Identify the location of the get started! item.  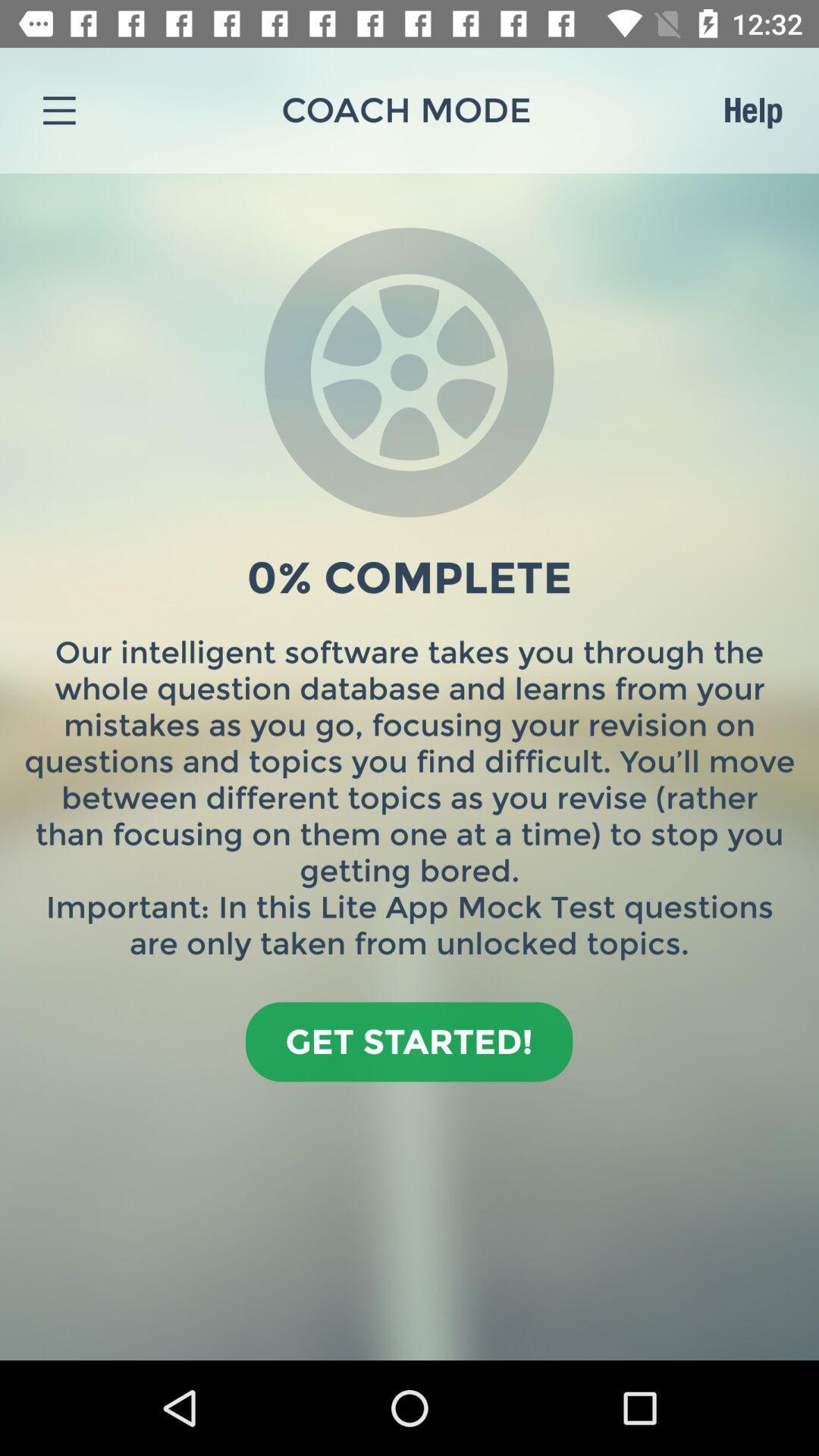
(408, 1040).